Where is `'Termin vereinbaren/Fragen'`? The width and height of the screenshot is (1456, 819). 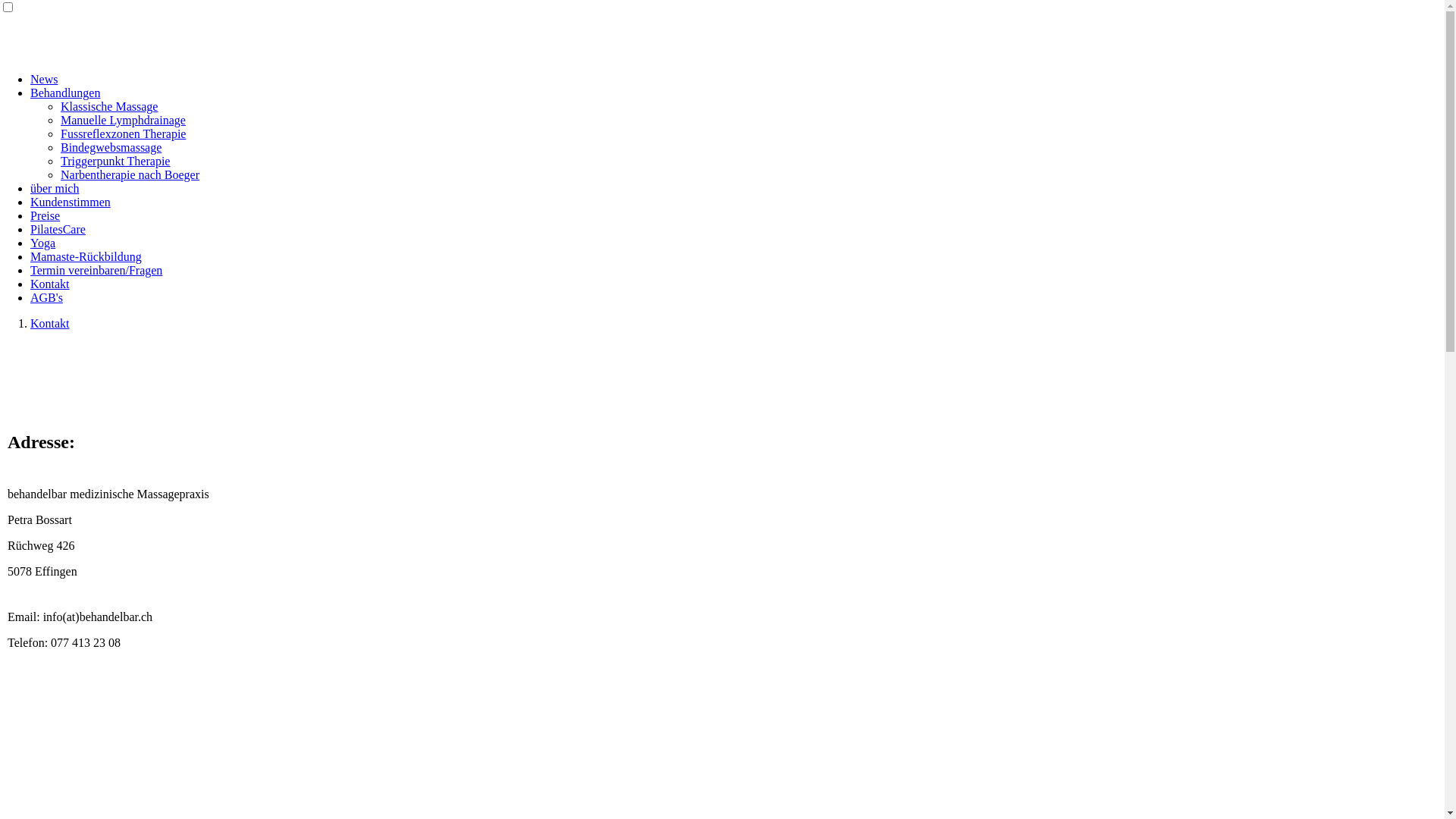 'Termin vereinbaren/Fragen' is located at coordinates (95, 269).